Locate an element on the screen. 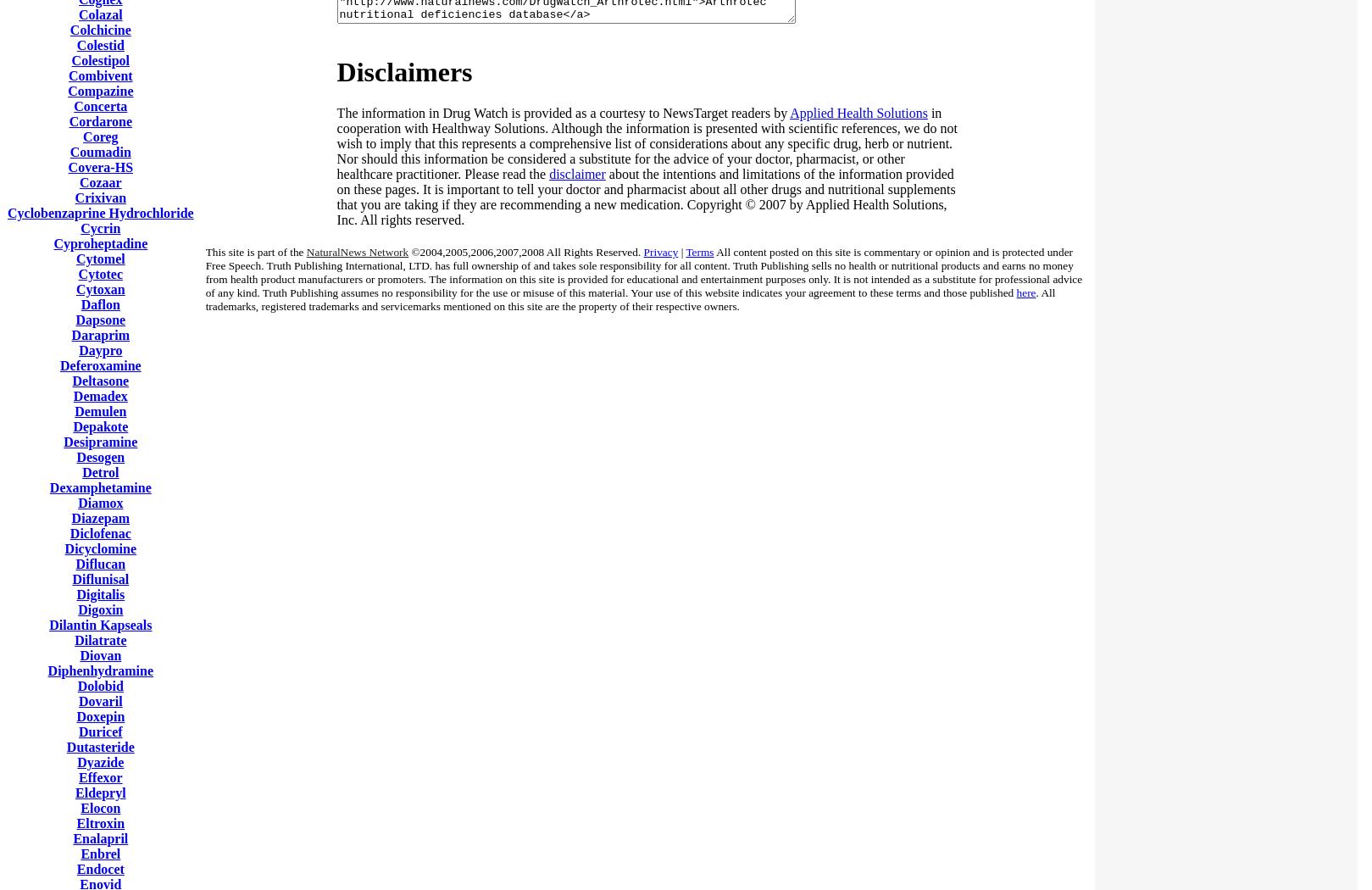  'about the intentions and limitations of the information provided on these pages. It is important to tell your doctor and pharmacist about all other drugs and nutritional supplements that you are taking if they are recommending a new medication. Copyright © 2007 by Applied Health Solutions, Inc. All rights reserved.' is located at coordinates (336, 197).